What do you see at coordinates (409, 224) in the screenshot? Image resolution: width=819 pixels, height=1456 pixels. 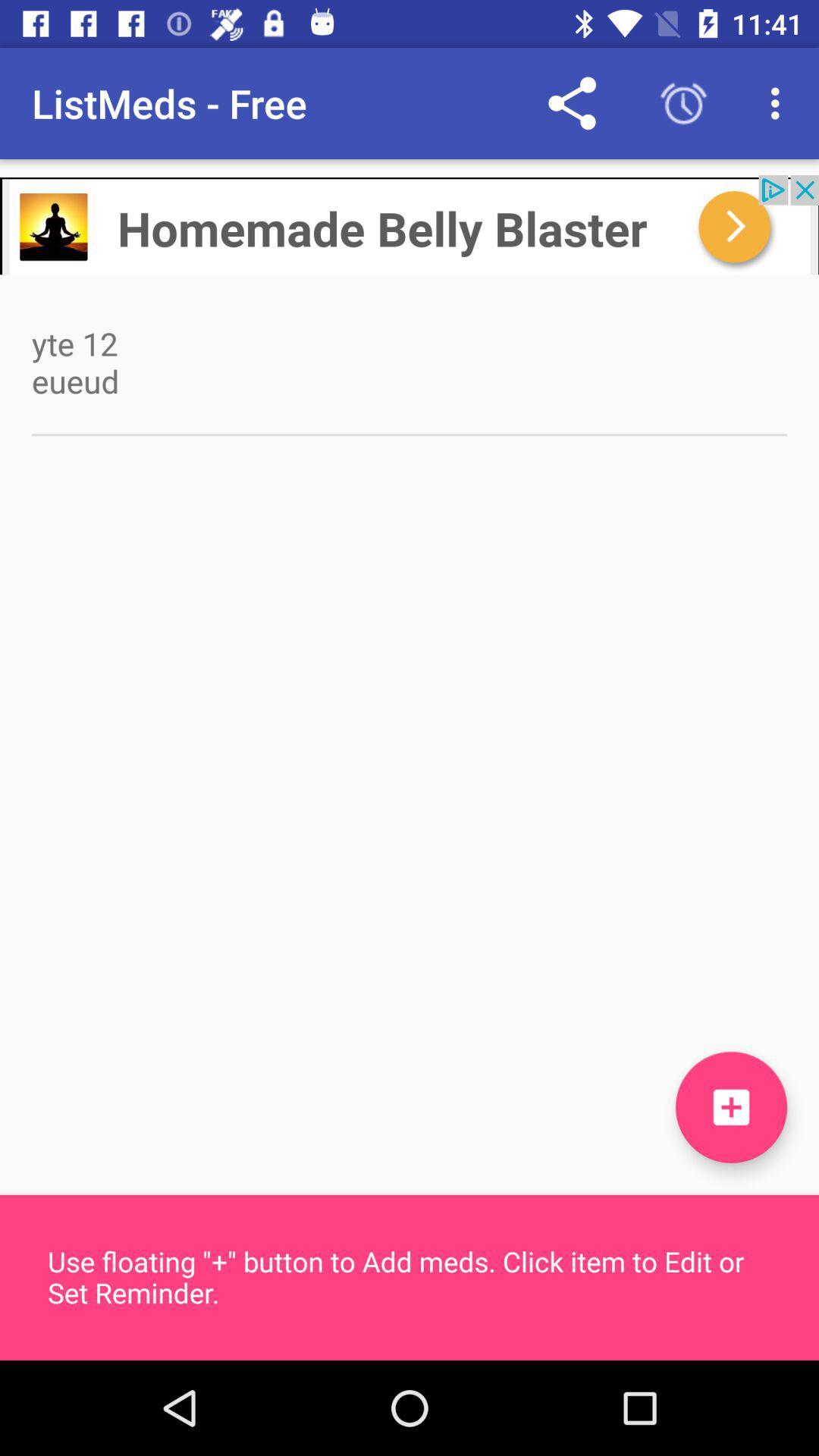 I see `the advertisement` at bounding box center [409, 224].